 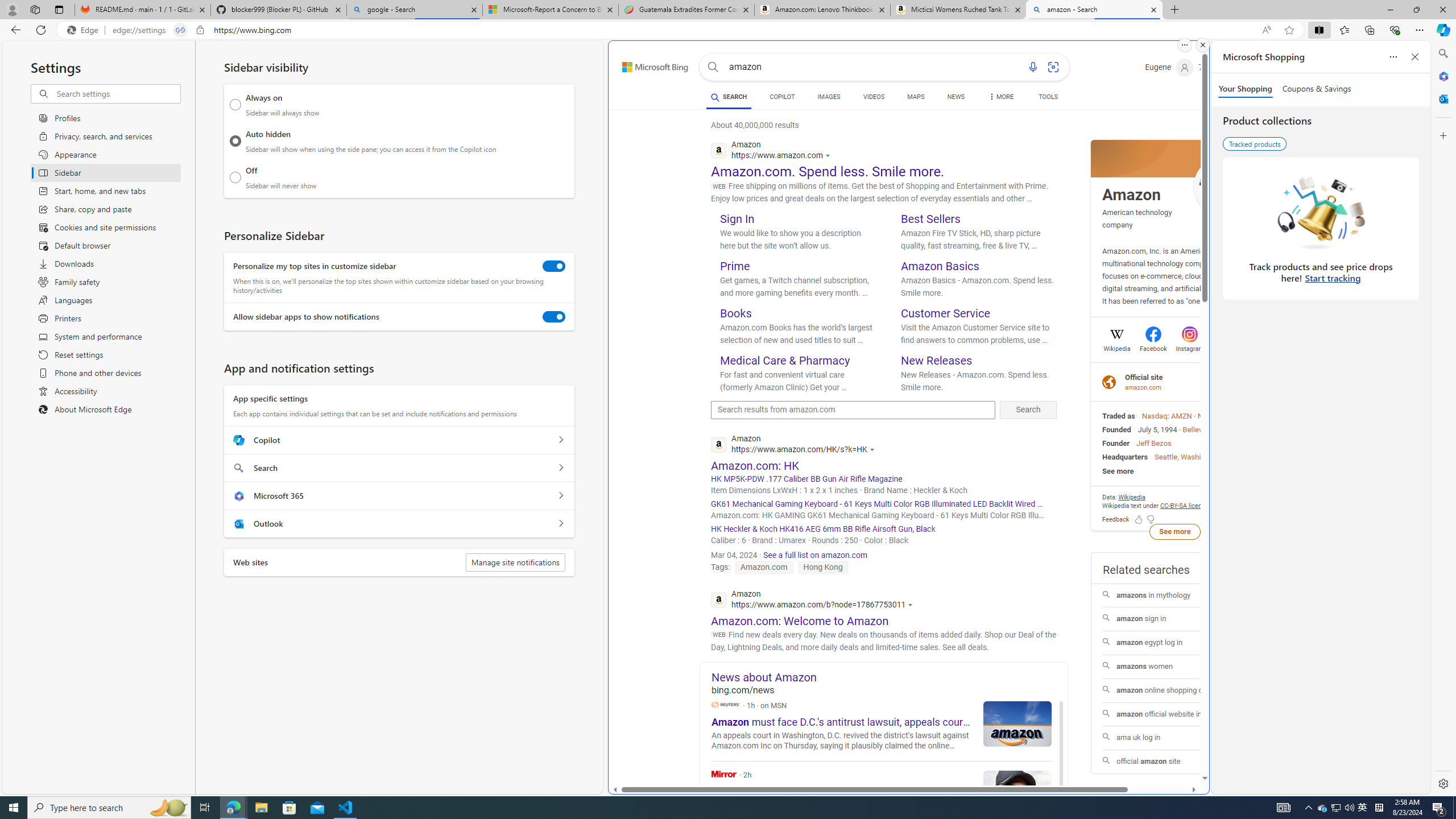 What do you see at coordinates (814, 555) in the screenshot?
I see `'See a full list on amazon.com'` at bounding box center [814, 555].